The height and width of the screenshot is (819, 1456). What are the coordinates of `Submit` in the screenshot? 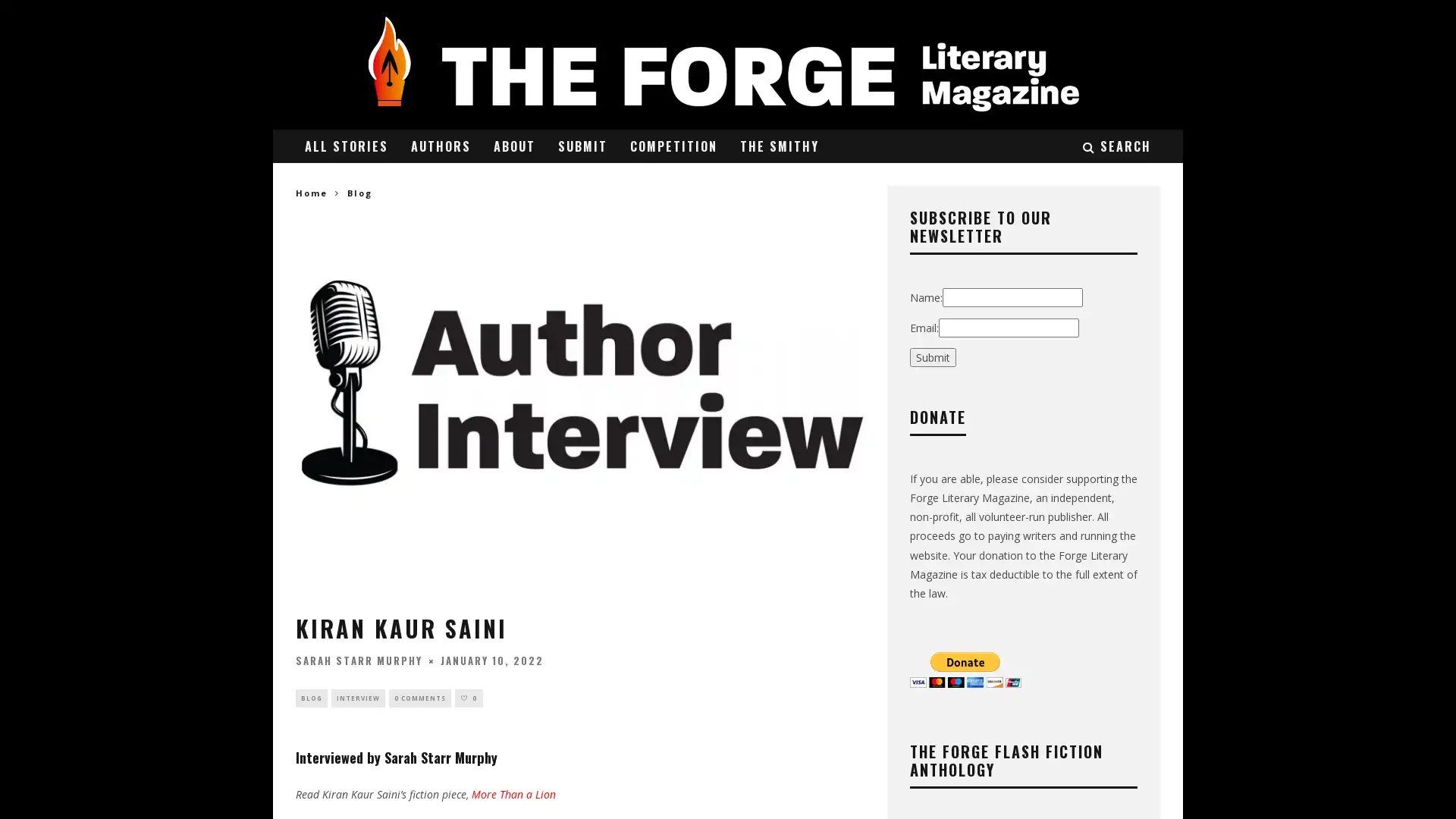 It's located at (932, 356).